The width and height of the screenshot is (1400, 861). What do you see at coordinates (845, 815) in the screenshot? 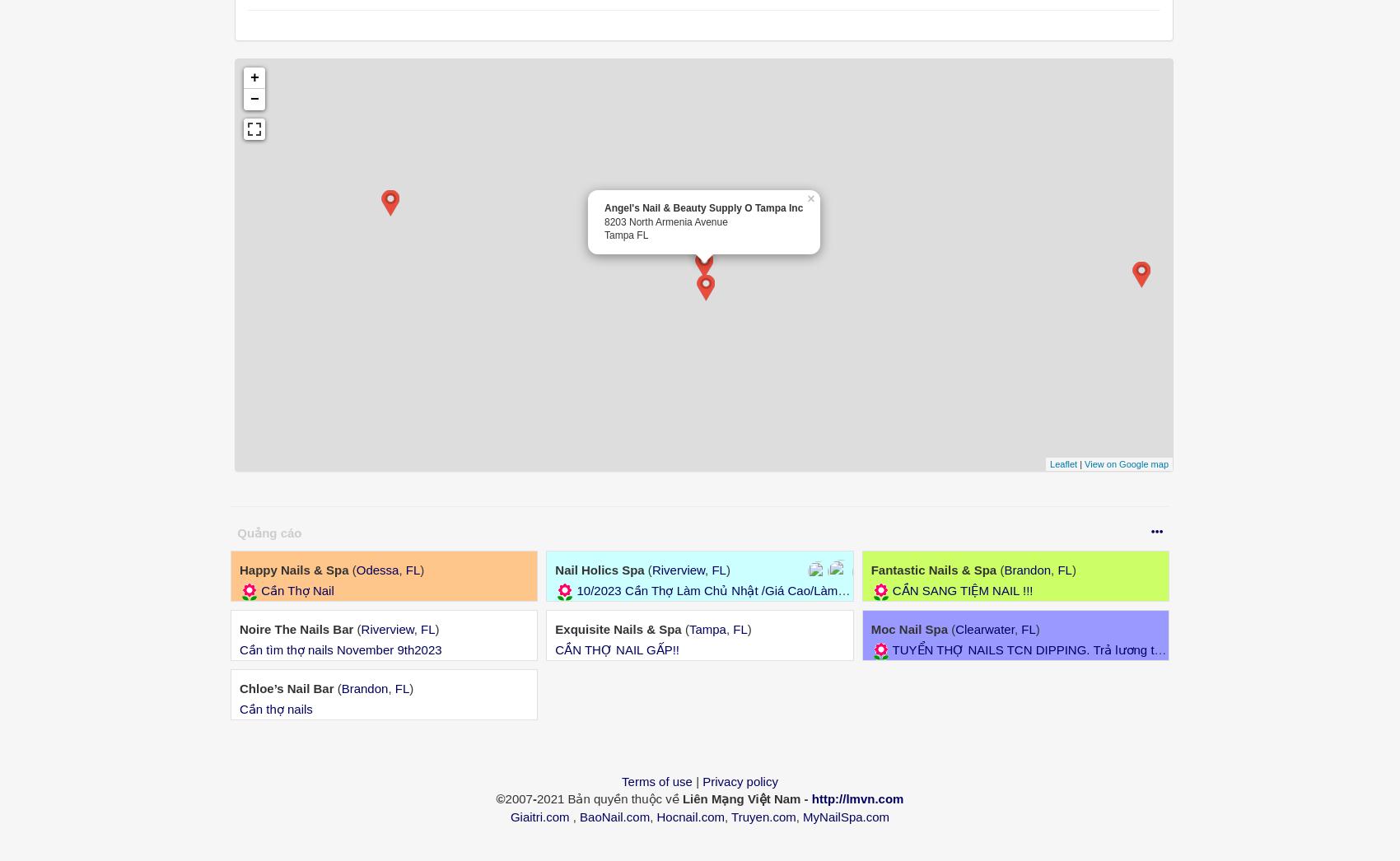
I see `'MyNailSpa.com'` at bounding box center [845, 815].